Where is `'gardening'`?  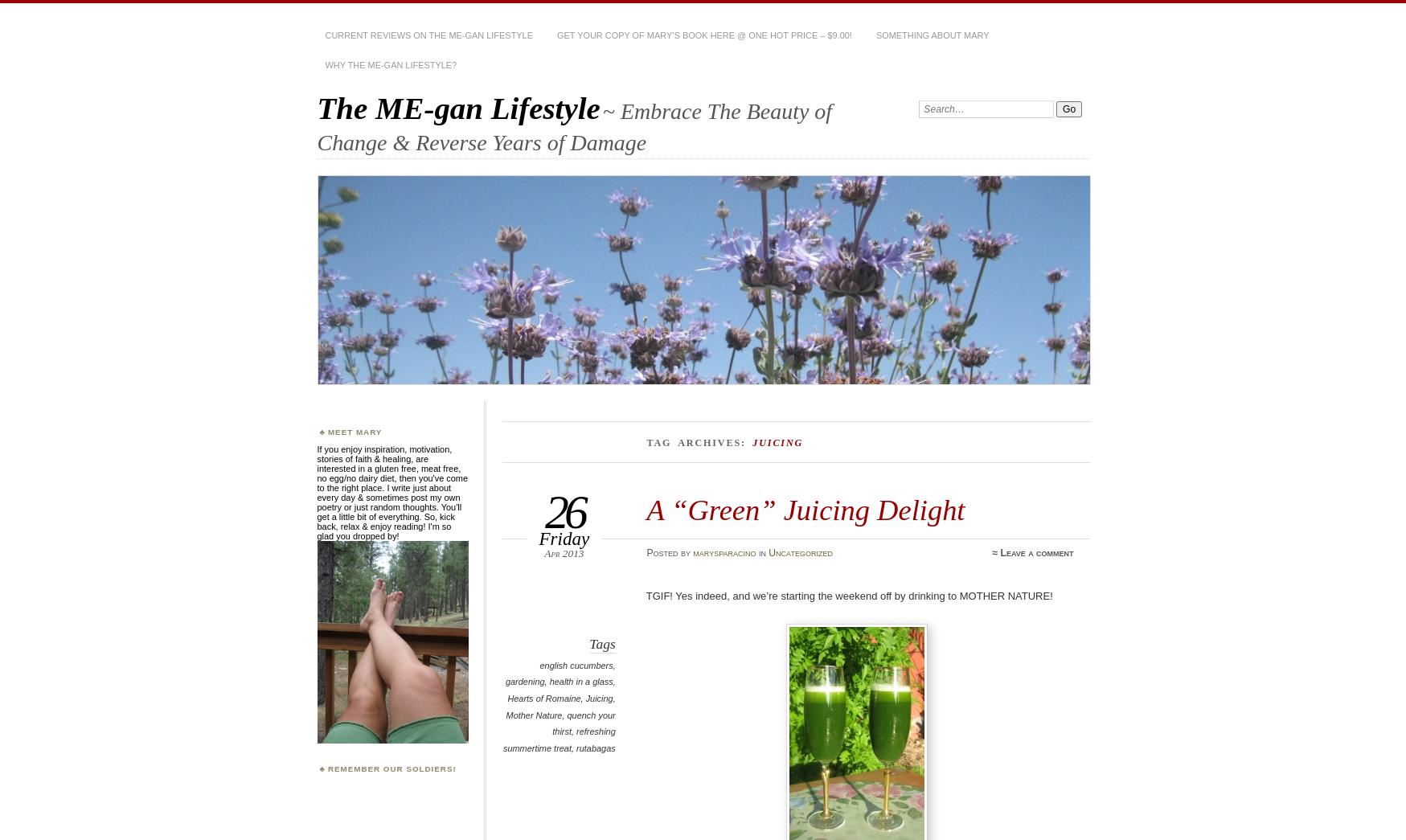 'gardening' is located at coordinates (524, 681).